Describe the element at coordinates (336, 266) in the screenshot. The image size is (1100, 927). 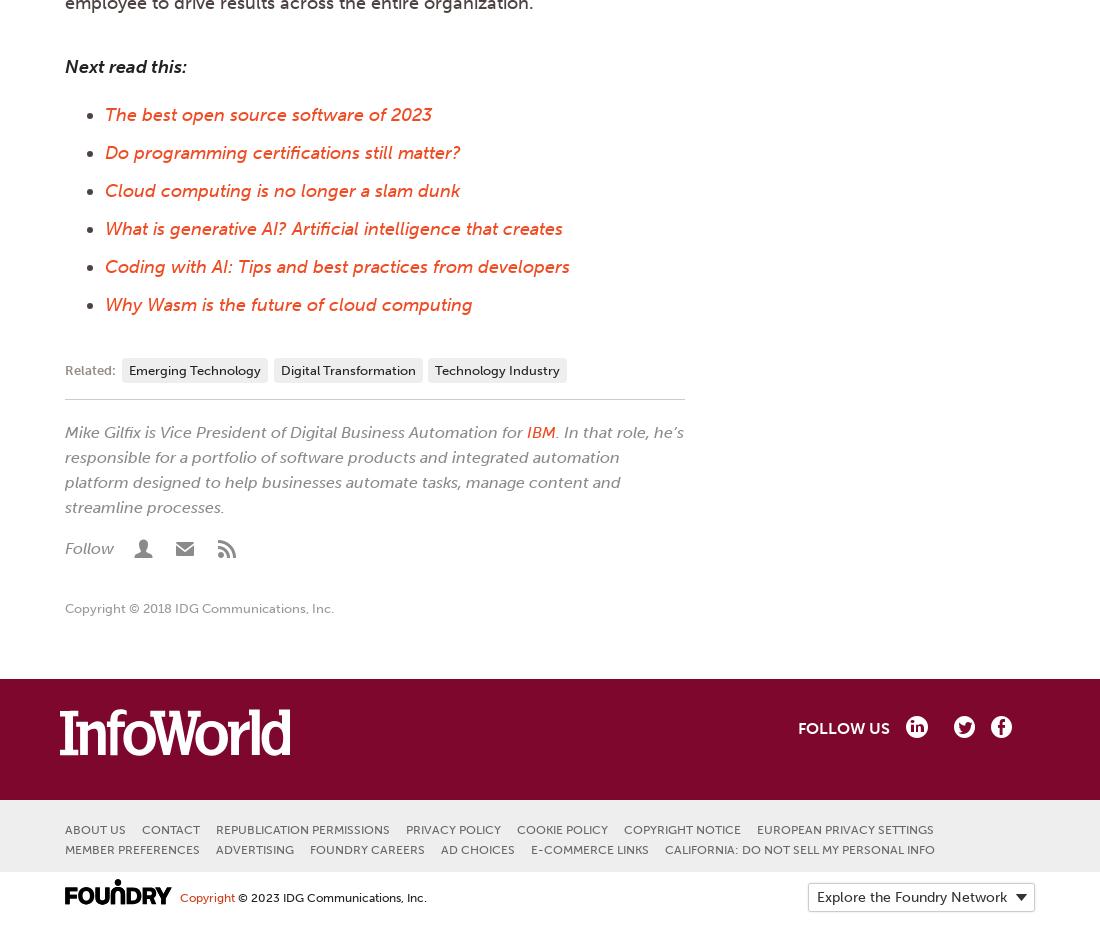
I see `'Coding with AI: Tips and best practices from developers'` at that location.